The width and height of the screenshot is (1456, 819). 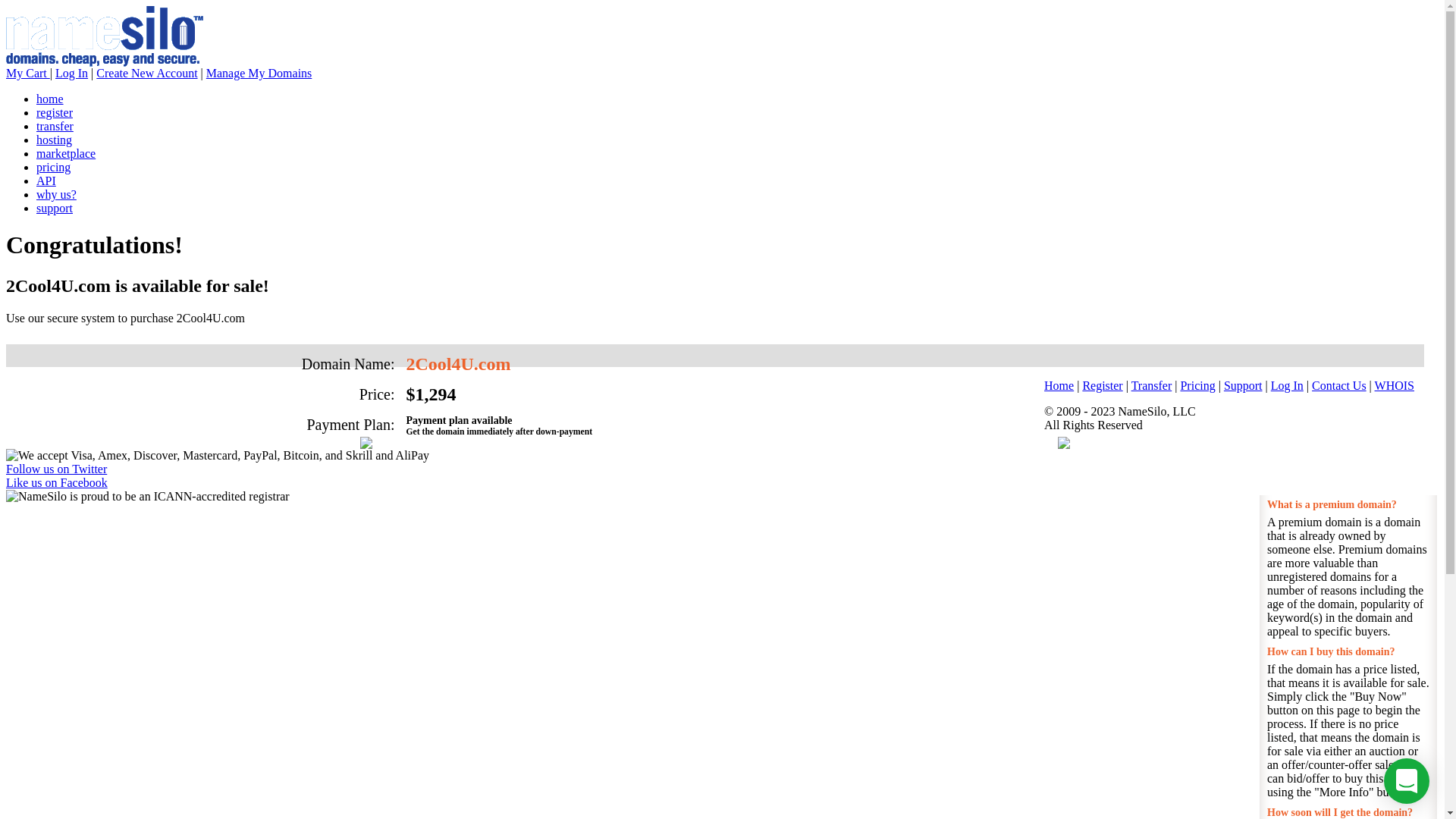 What do you see at coordinates (259, 73) in the screenshot?
I see `'Manage My Domains'` at bounding box center [259, 73].